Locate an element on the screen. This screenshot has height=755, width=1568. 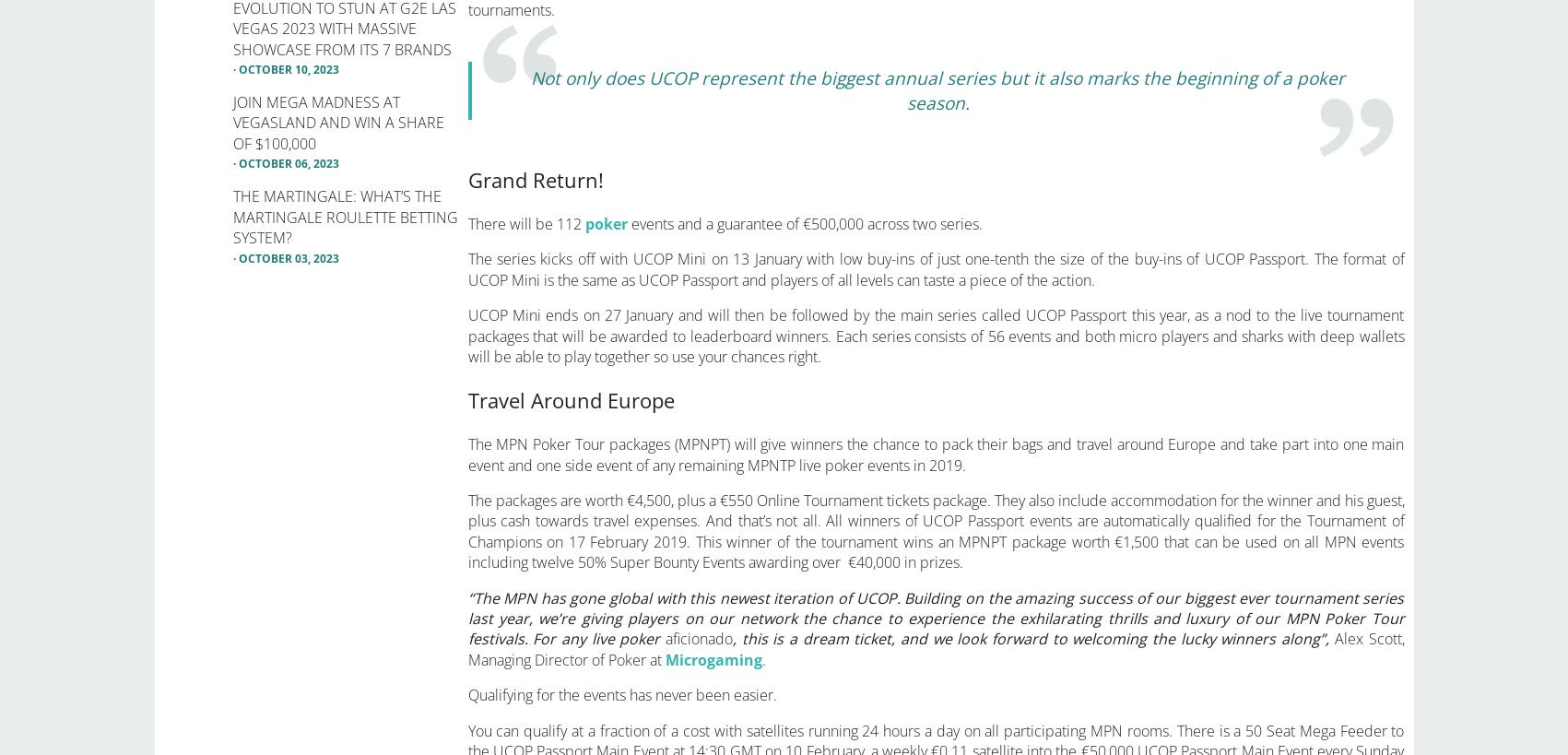
'Travel Around Europe' is located at coordinates (569, 399).